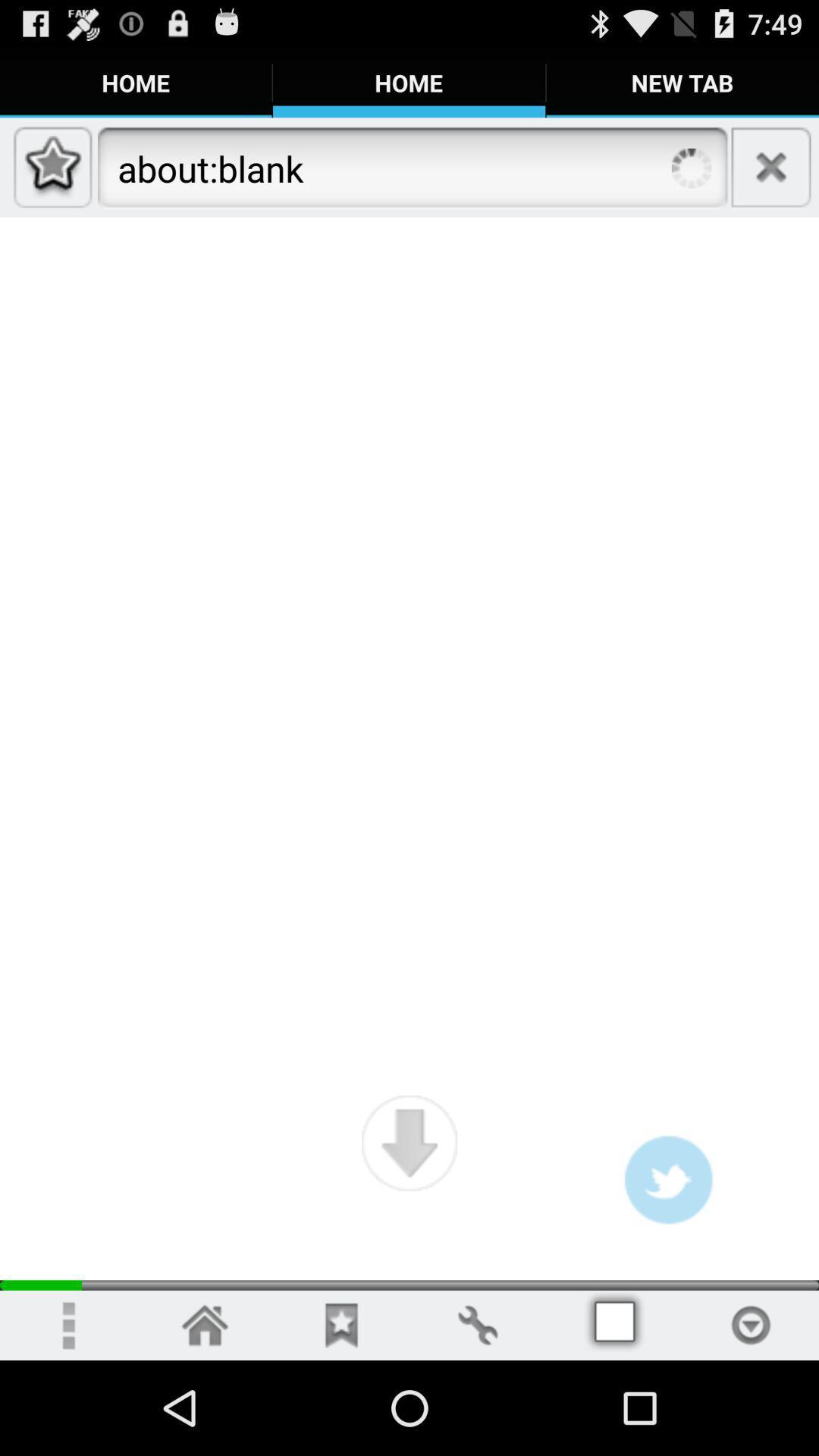 The height and width of the screenshot is (1456, 819). I want to click on the home icon, so click(205, 1417).